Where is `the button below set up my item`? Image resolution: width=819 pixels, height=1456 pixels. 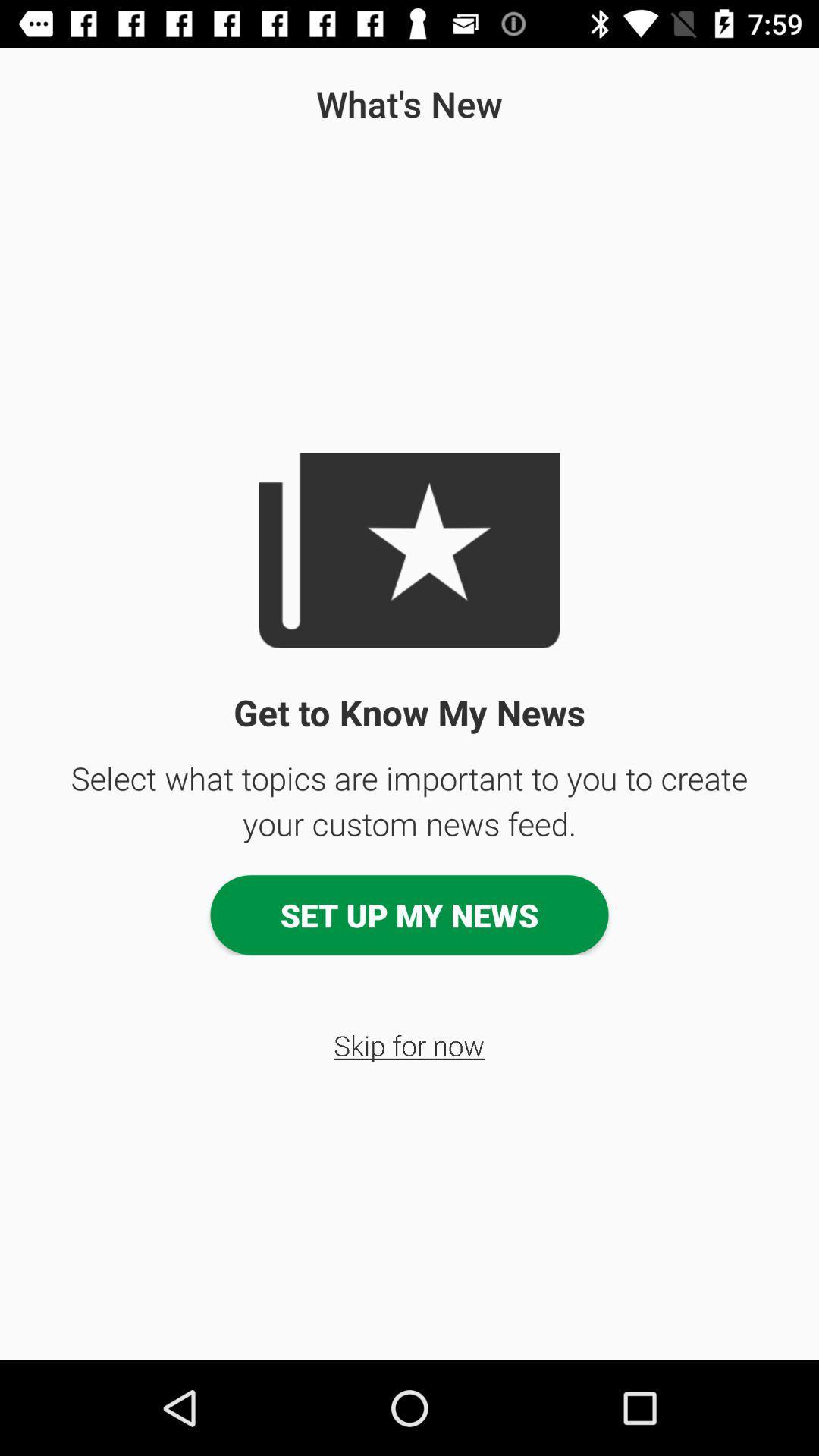 the button below set up my item is located at coordinates (408, 1044).